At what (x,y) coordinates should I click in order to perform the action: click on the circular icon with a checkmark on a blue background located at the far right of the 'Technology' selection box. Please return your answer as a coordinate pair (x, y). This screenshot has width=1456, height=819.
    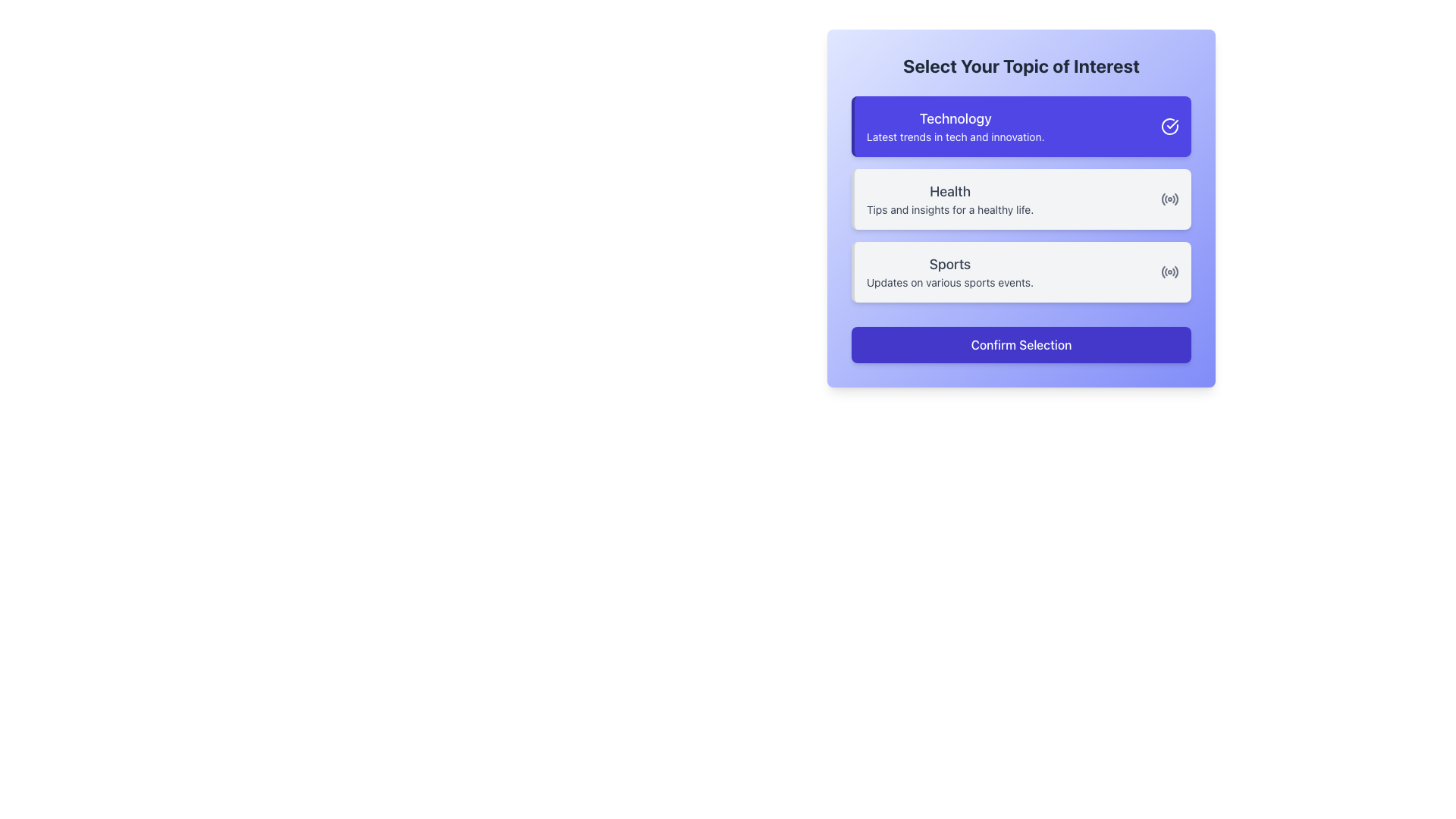
    Looking at the image, I should click on (1169, 125).